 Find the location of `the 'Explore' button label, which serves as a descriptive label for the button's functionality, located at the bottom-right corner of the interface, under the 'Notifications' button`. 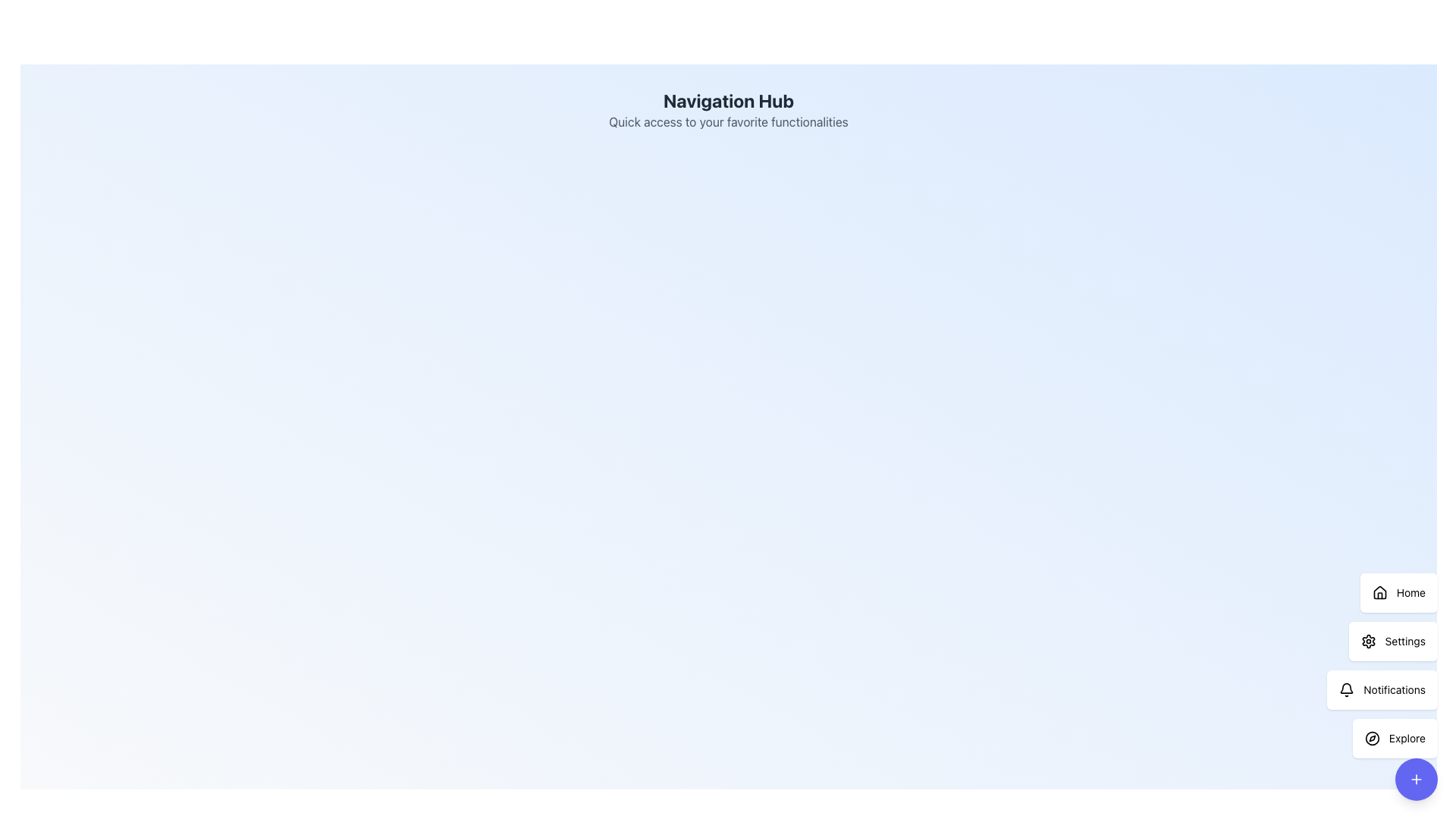

the 'Explore' button label, which serves as a descriptive label for the button's functionality, located at the bottom-right corner of the interface, under the 'Notifications' button is located at coordinates (1406, 738).